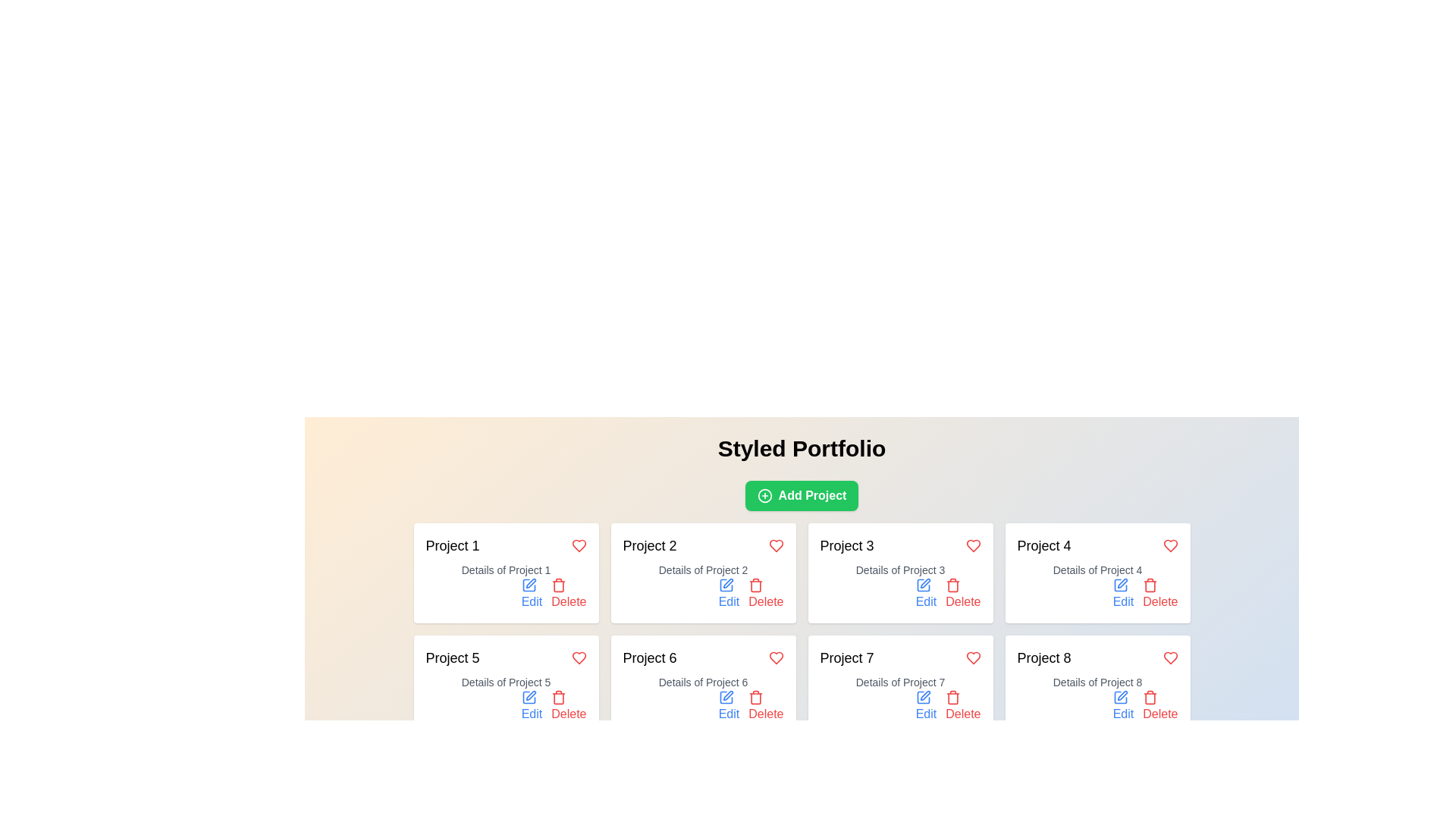 This screenshot has width=1456, height=819. What do you see at coordinates (1169, 546) in the screenshot?
I see `the heart icon button located at the top-right corner of the 'Project 4' card to observe its hover effect` at bounding box center [1169, 546].